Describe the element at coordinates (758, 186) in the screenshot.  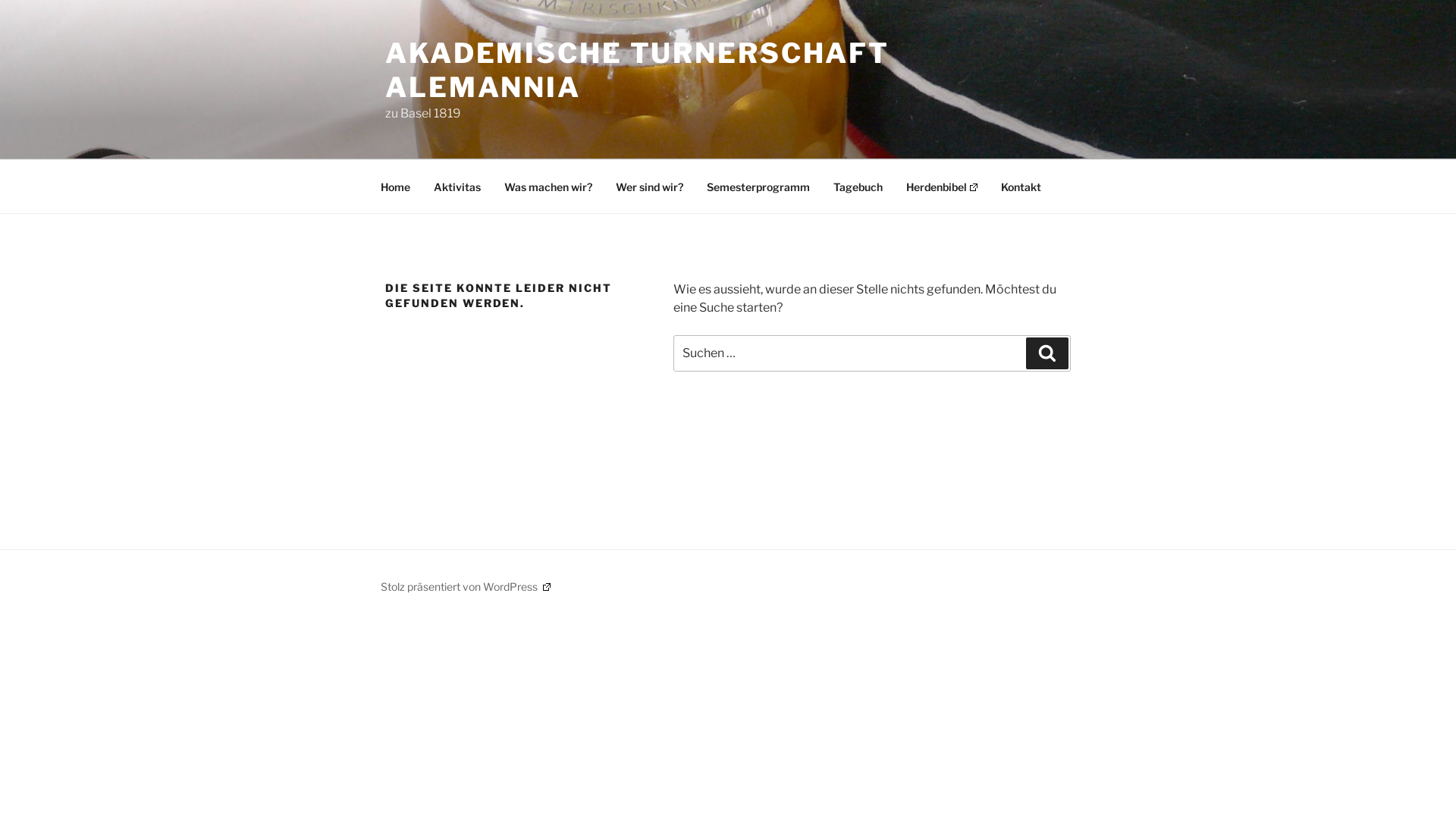
I see `'Semesterprogramm'` at that location.